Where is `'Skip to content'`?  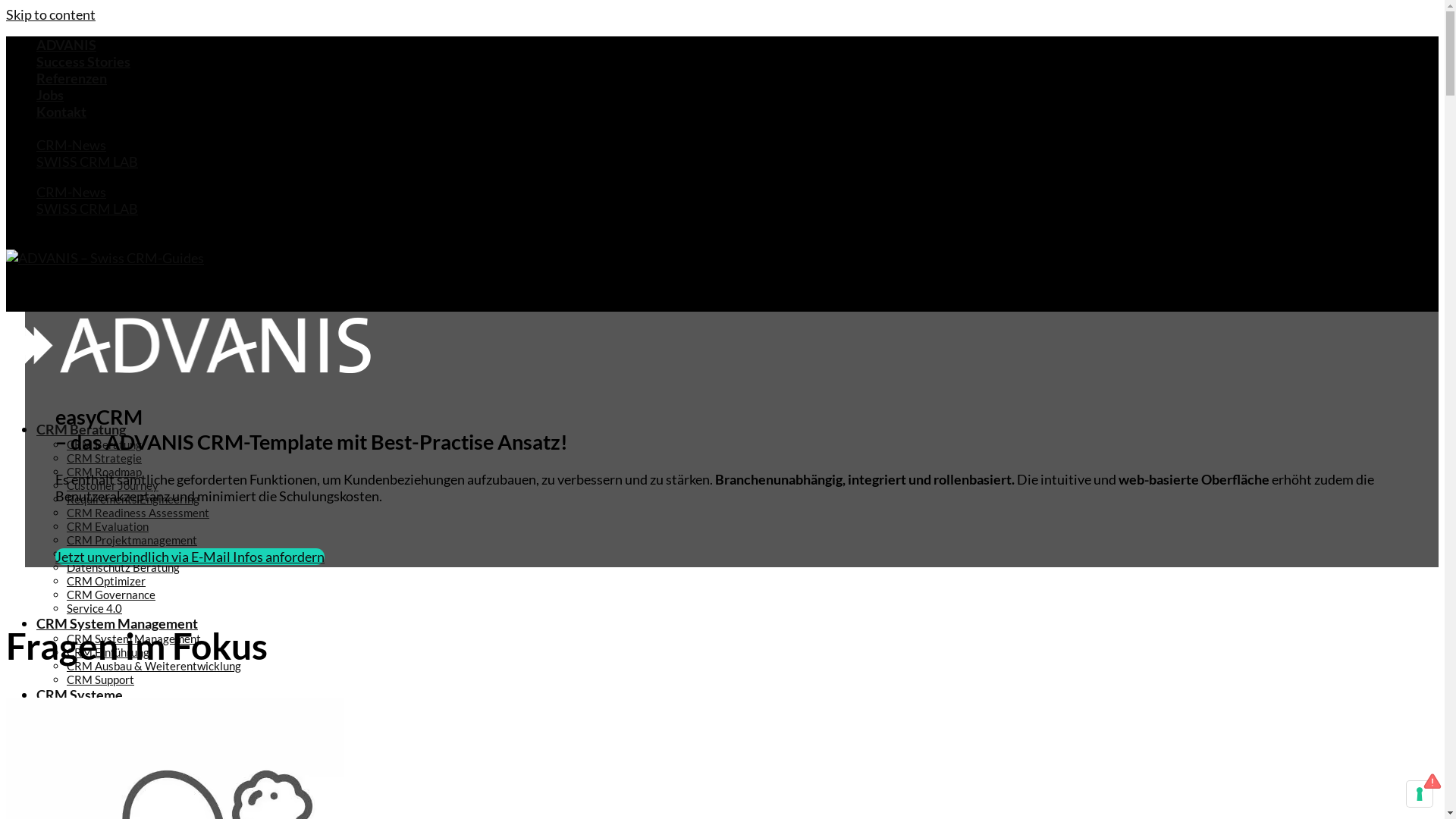 'Skip to content' is located at coordinates (51, 14).